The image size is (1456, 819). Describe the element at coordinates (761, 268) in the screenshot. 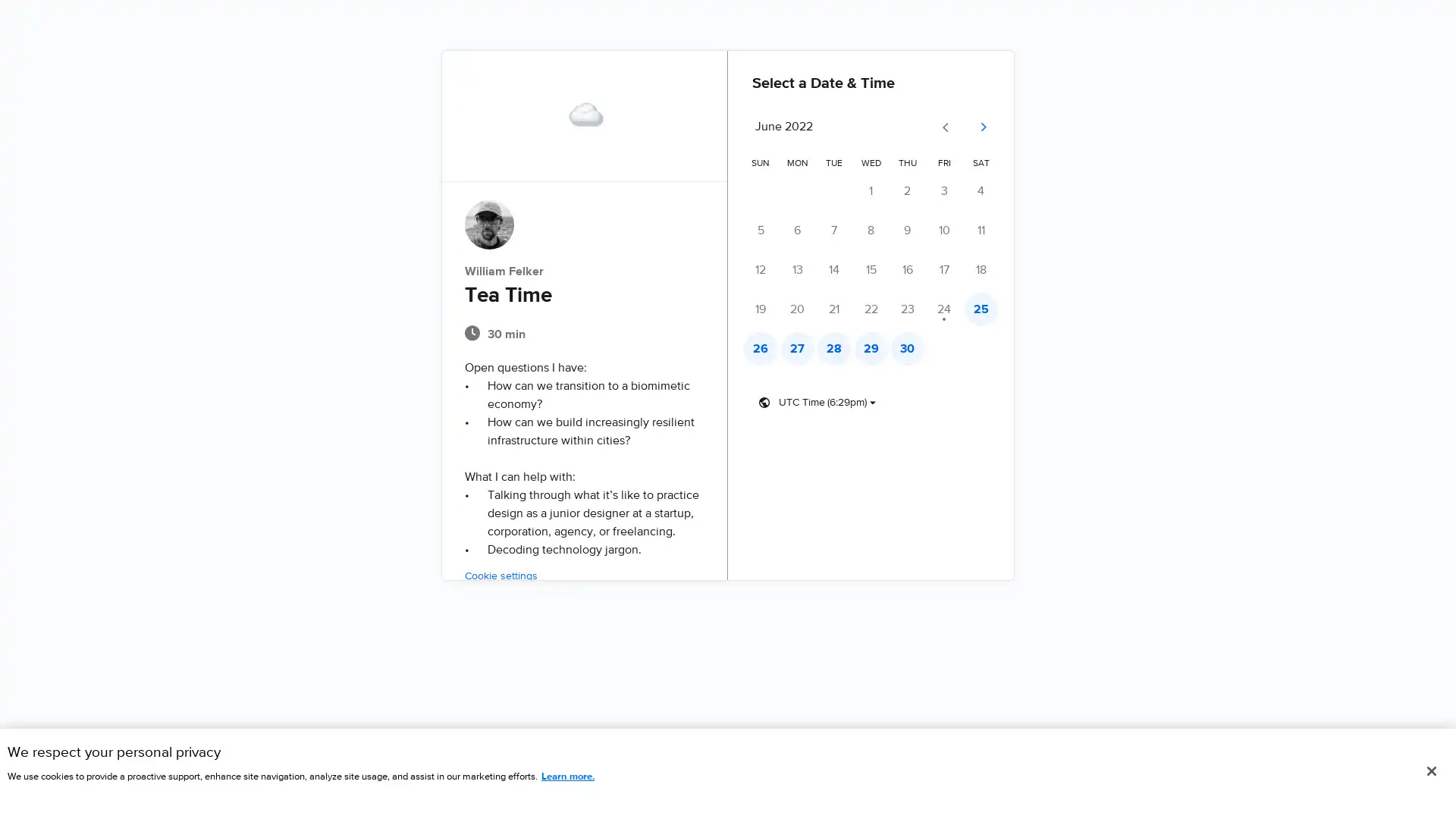

I see `Sunday, June 12 - No times available` at that location.